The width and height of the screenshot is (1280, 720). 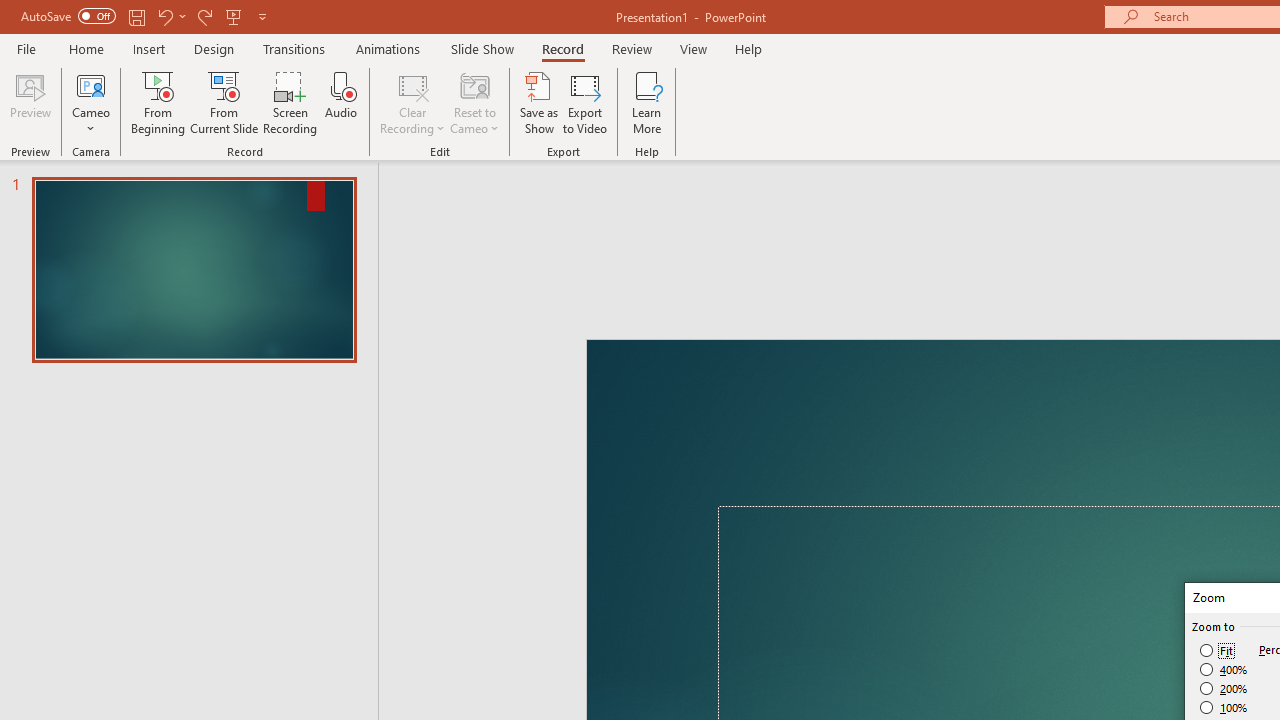 I want to click on 'Learn More', so click(x=647, y=103).